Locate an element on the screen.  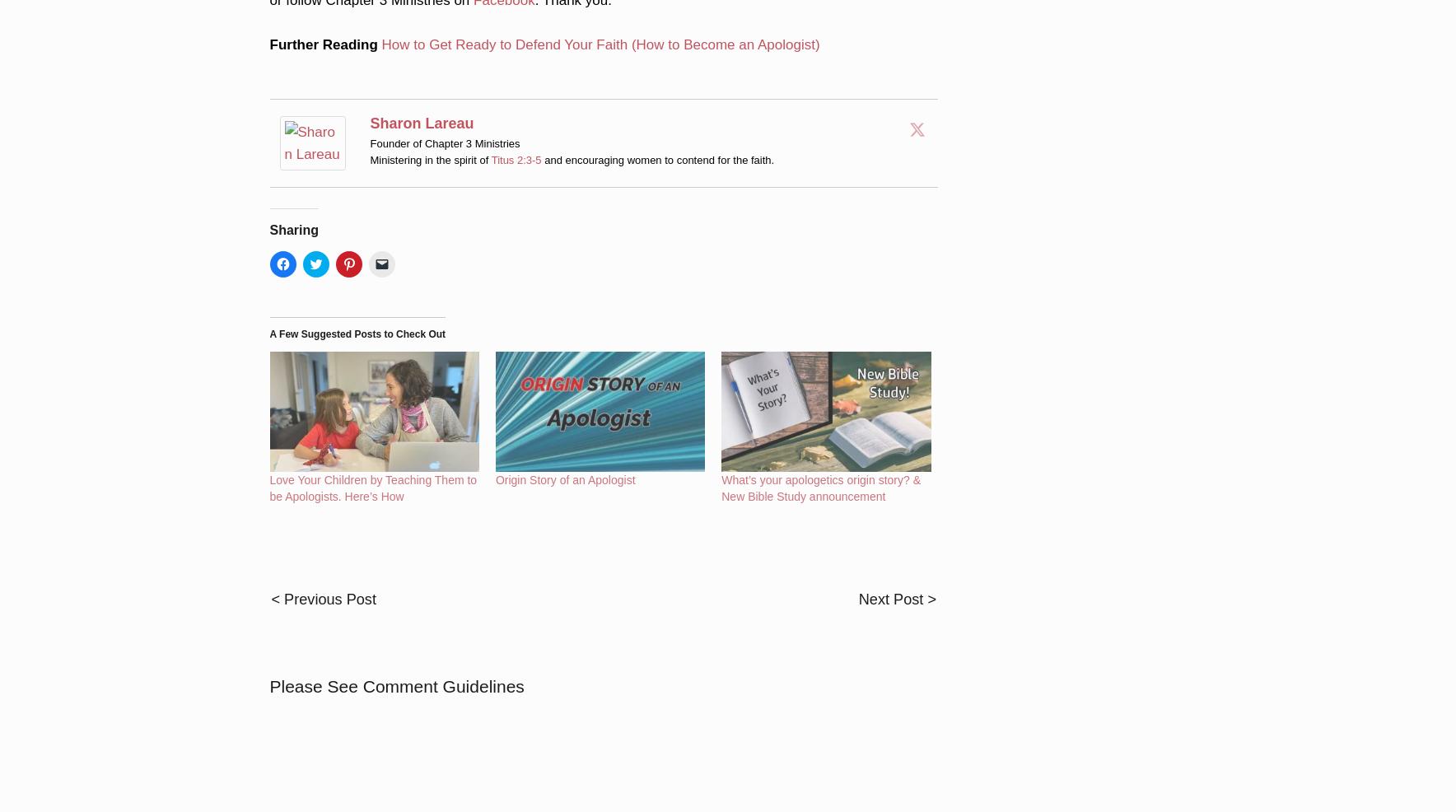
'Sharon Lareau' is located at coordinates (421, 100).